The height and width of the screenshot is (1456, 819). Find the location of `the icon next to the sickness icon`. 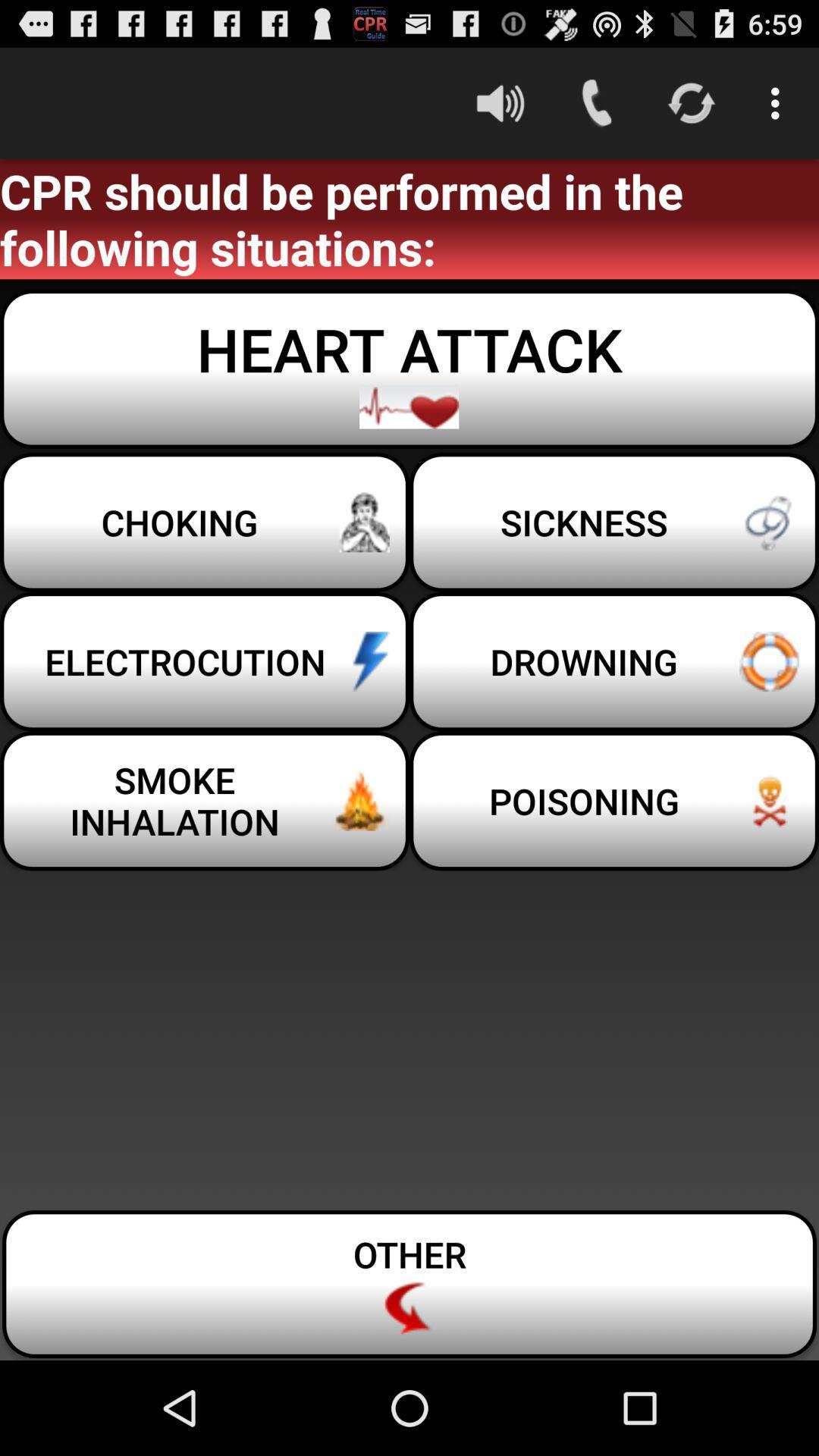

the icon next to the sickness icon is located at coordinates (205, 522).